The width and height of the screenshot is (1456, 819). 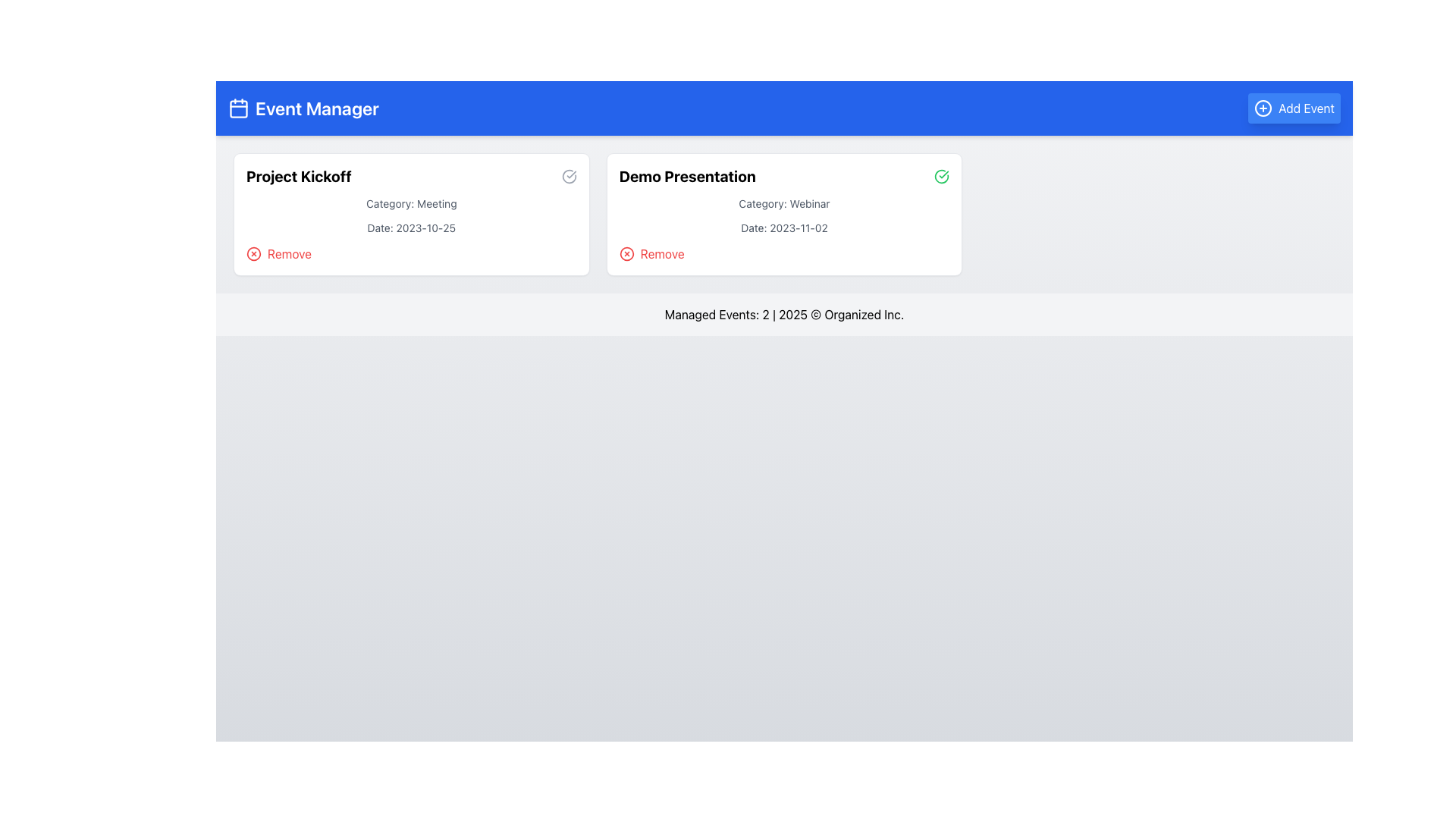 I want to click on text element displaying the category 'Meeting' located within the white rectangular card titled 'Project Kickoff', positioned between the title and the date text, so click(x=411, y=203).